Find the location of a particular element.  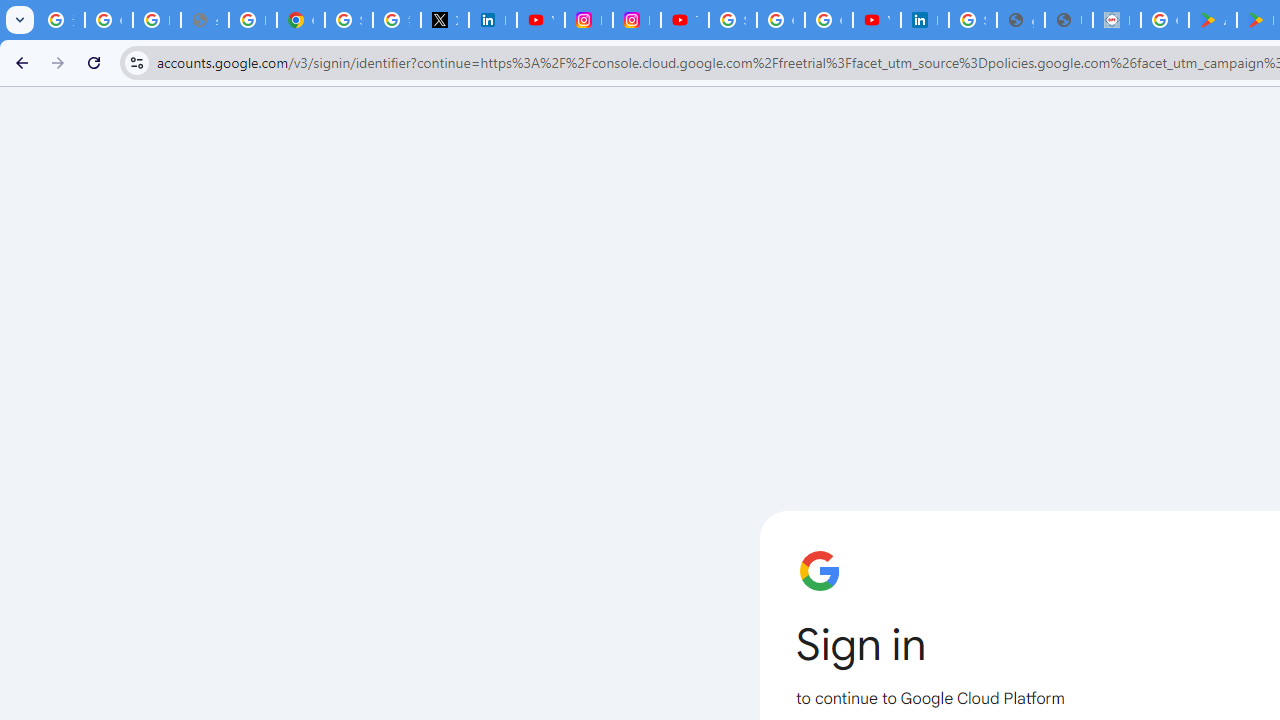

'Data Privacy Framework' is located at coordinates (1115, 20).